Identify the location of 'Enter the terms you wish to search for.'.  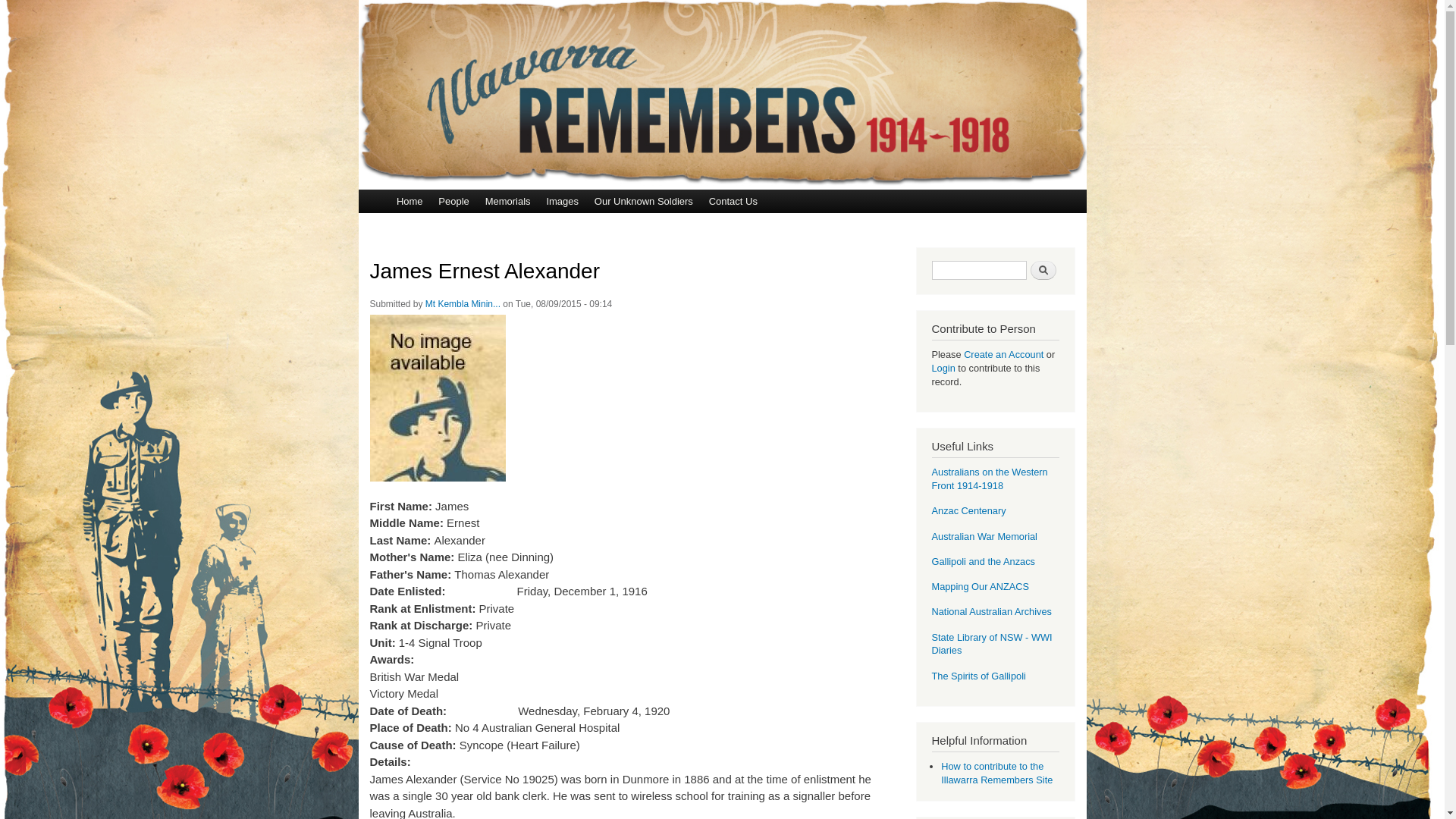
(978, 269).